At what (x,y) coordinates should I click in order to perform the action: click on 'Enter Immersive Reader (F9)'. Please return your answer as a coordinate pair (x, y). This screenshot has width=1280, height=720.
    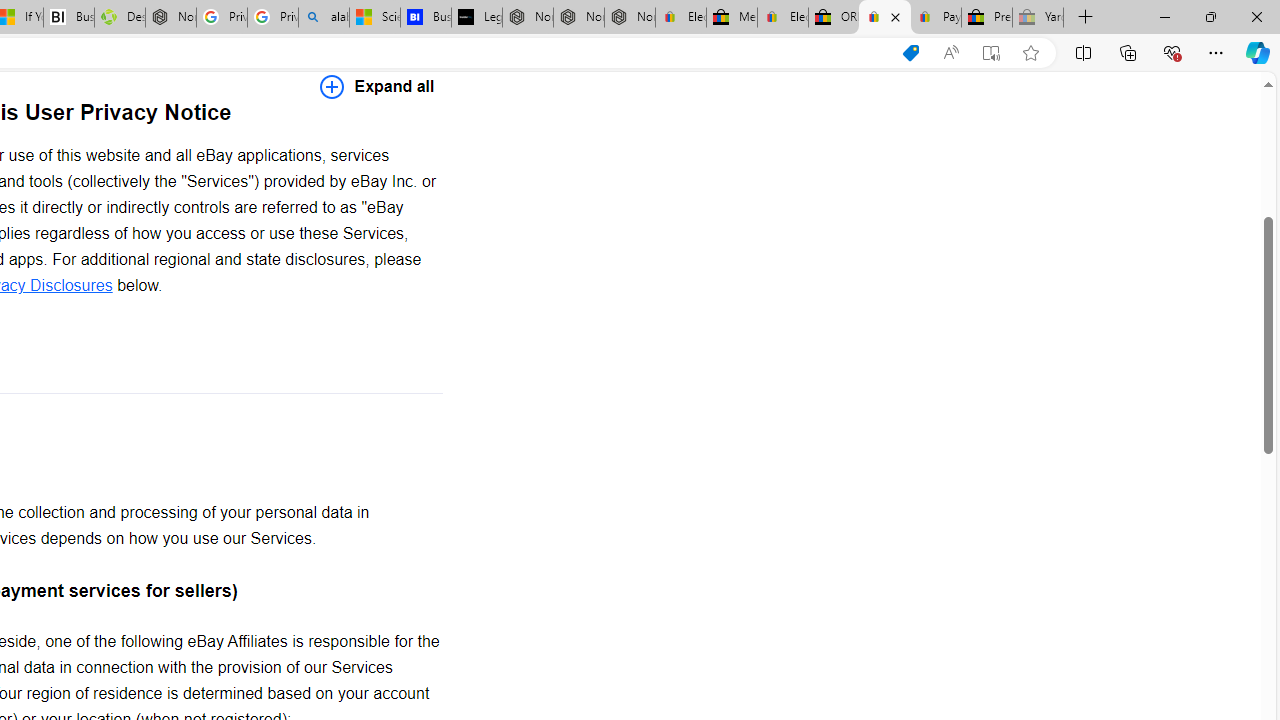
    Looking at the image, I should click on (991, 52).